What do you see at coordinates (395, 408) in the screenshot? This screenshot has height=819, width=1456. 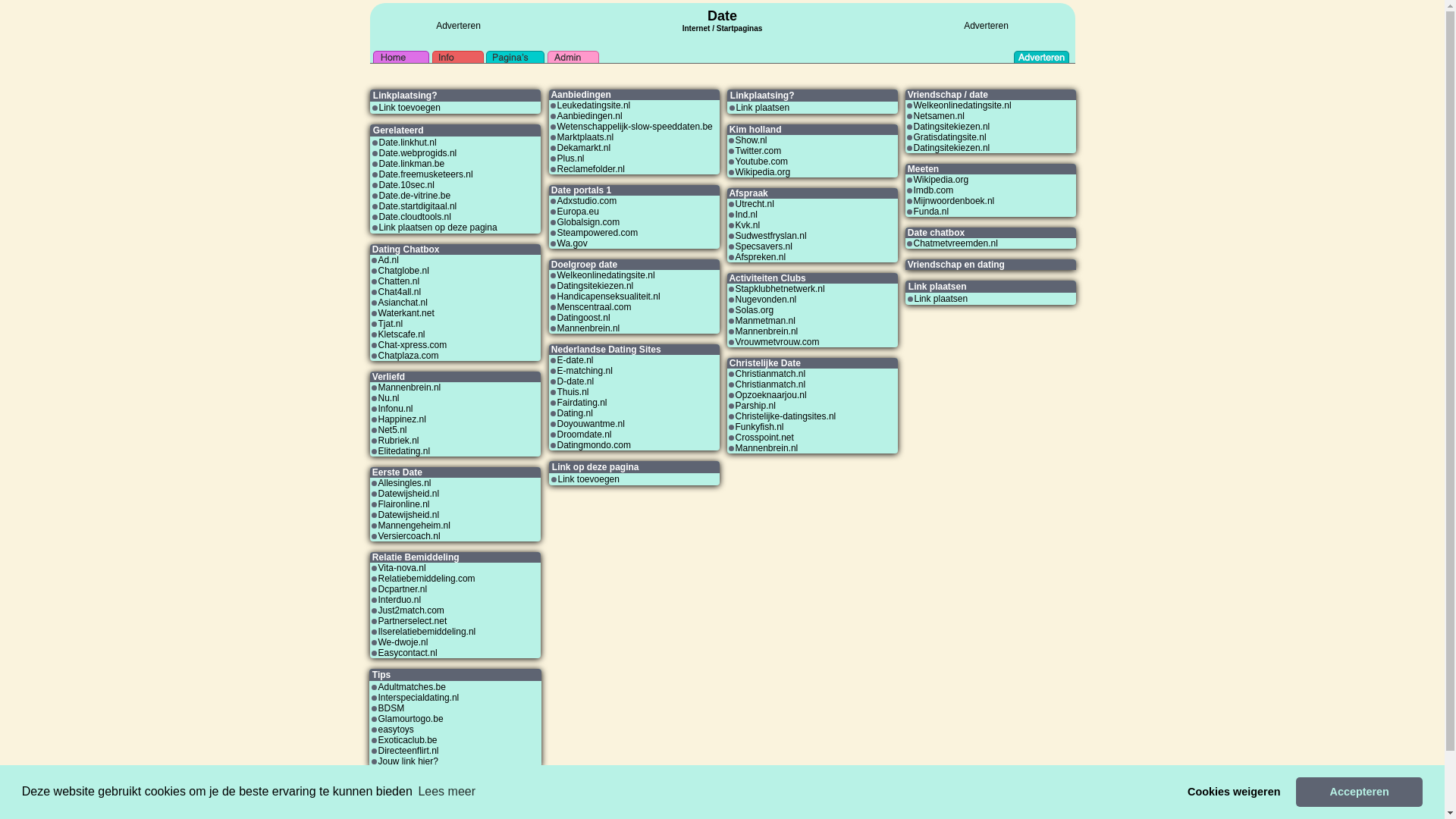 I see `'Infonu.nl'` at bounding box center [395, 408].